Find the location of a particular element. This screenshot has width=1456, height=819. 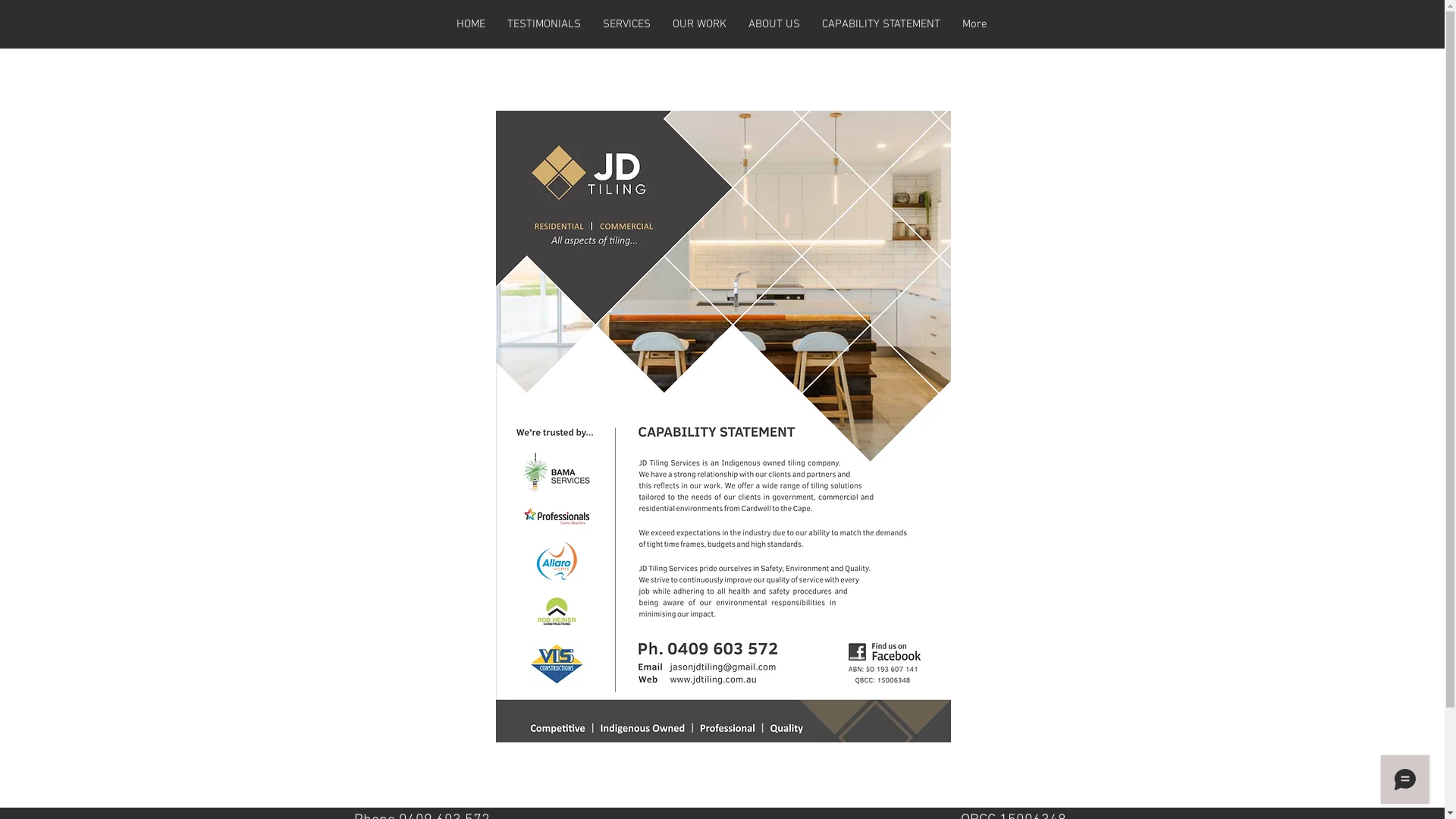

'SERVICES' is located at coordinates (626, 24).